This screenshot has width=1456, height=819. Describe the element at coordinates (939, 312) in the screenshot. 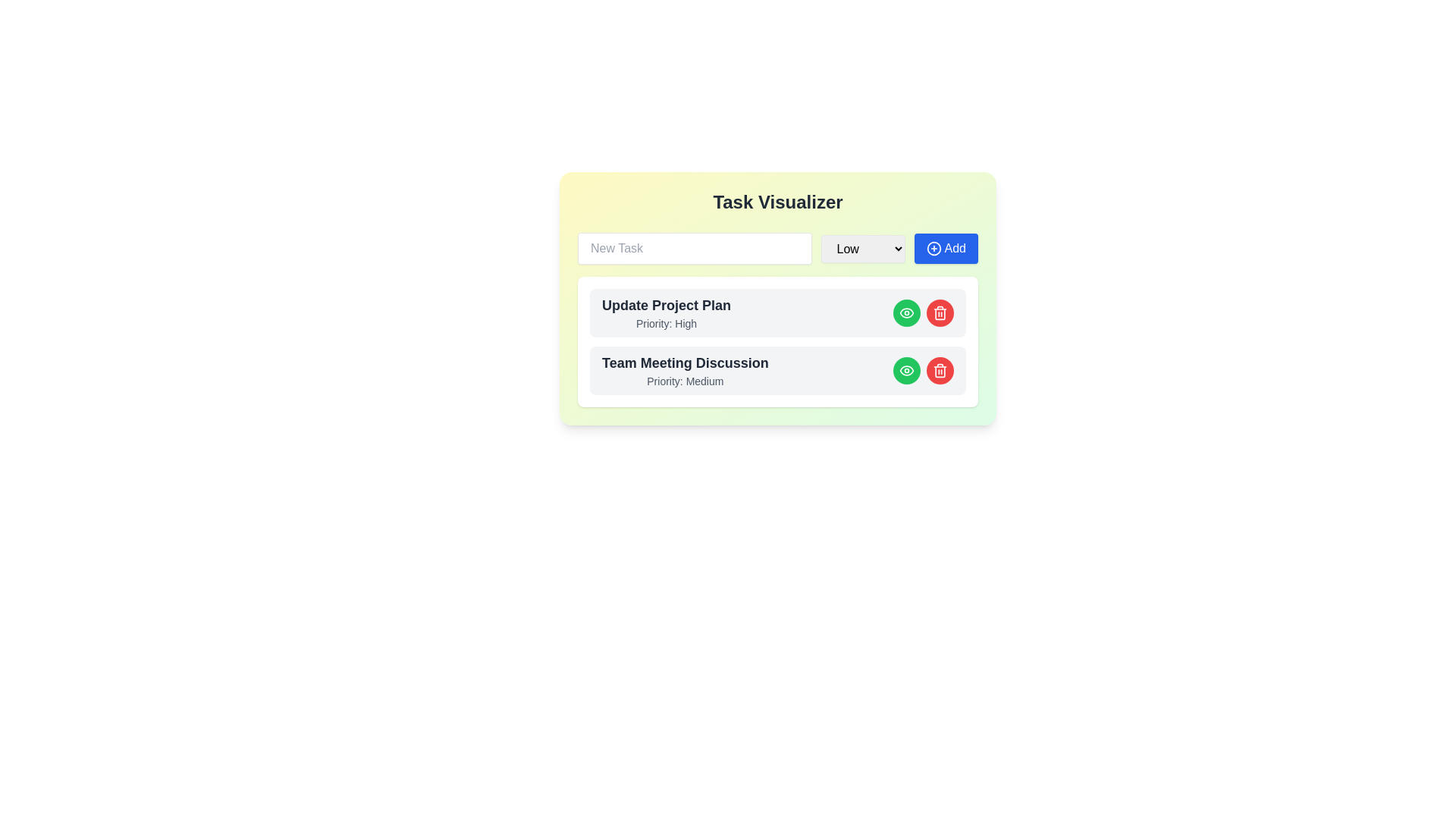

I see `the delete button located to the right of the task titled 'Update Project Plan'` at that location.